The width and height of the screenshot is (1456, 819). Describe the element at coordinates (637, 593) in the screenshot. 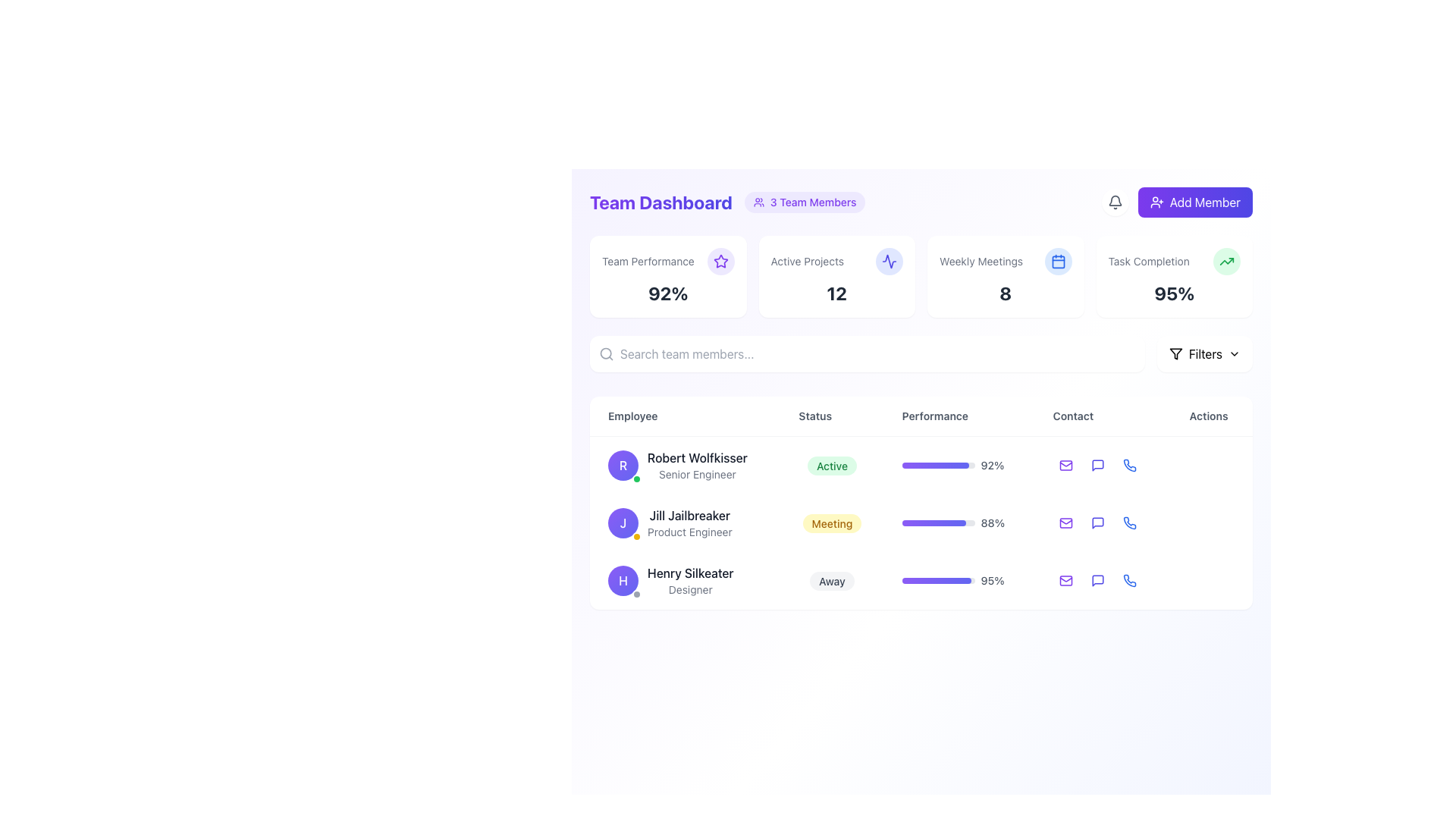

I see `the small circular gray status indicator badge located at the bottom-right corner of the purple circle labeled 'H' in the third row of the 'Employee' list within the 'Team Dashboard'` at that location.